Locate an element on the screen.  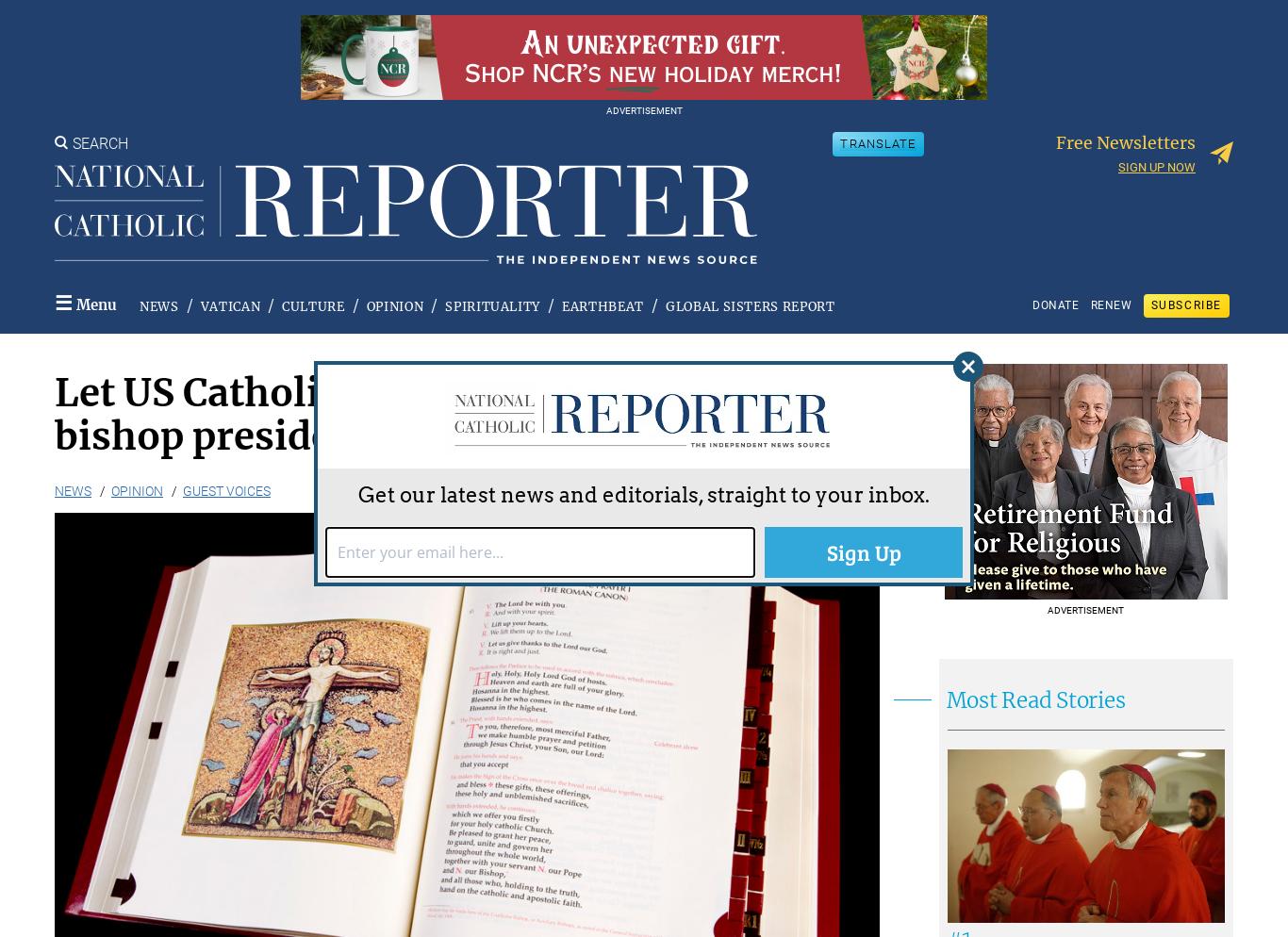
'Sign up now' is located at coordinates (1156, 166).